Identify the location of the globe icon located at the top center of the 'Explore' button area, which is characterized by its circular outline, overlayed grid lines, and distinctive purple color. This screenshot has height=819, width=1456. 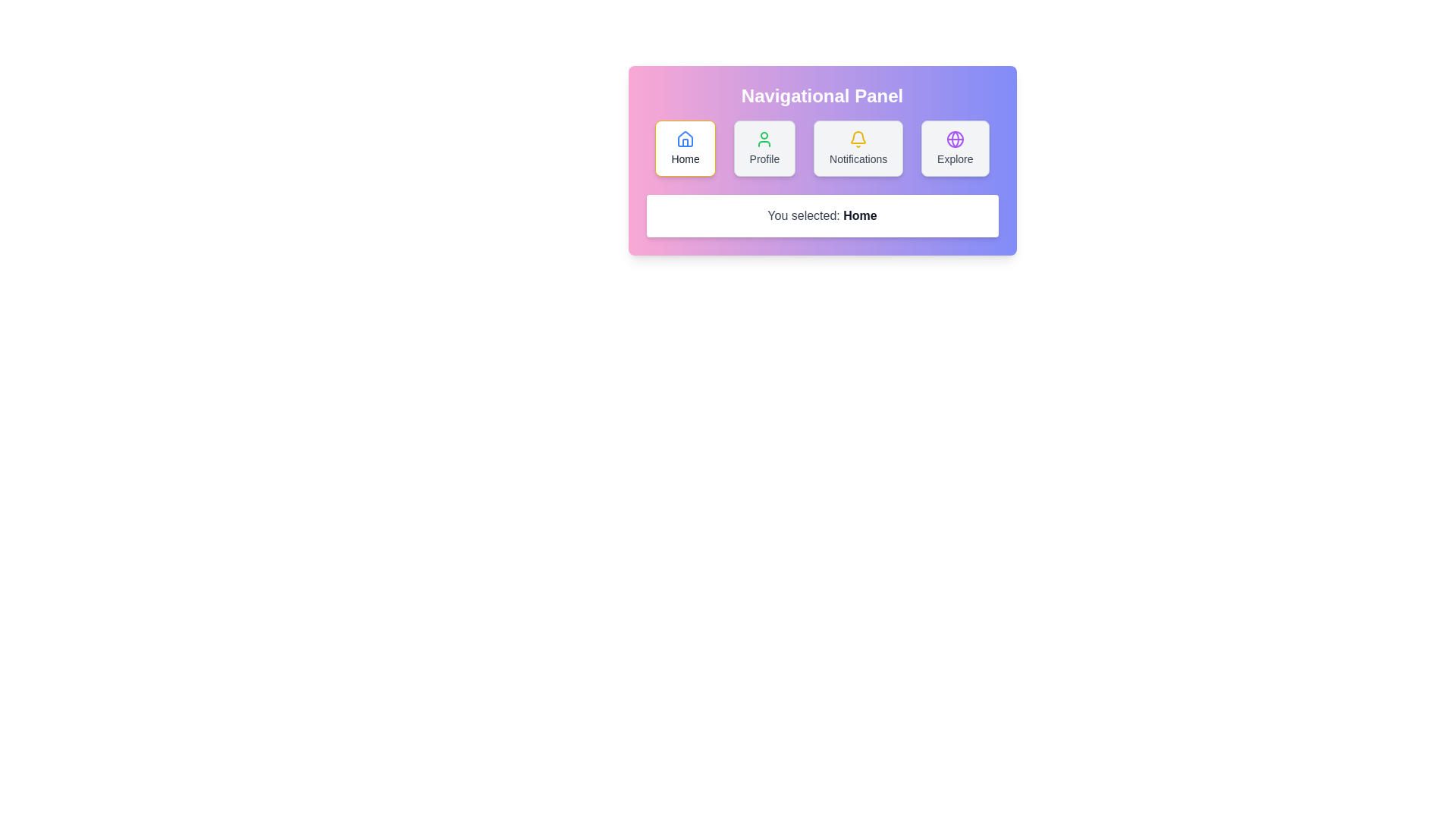
(954, 140).